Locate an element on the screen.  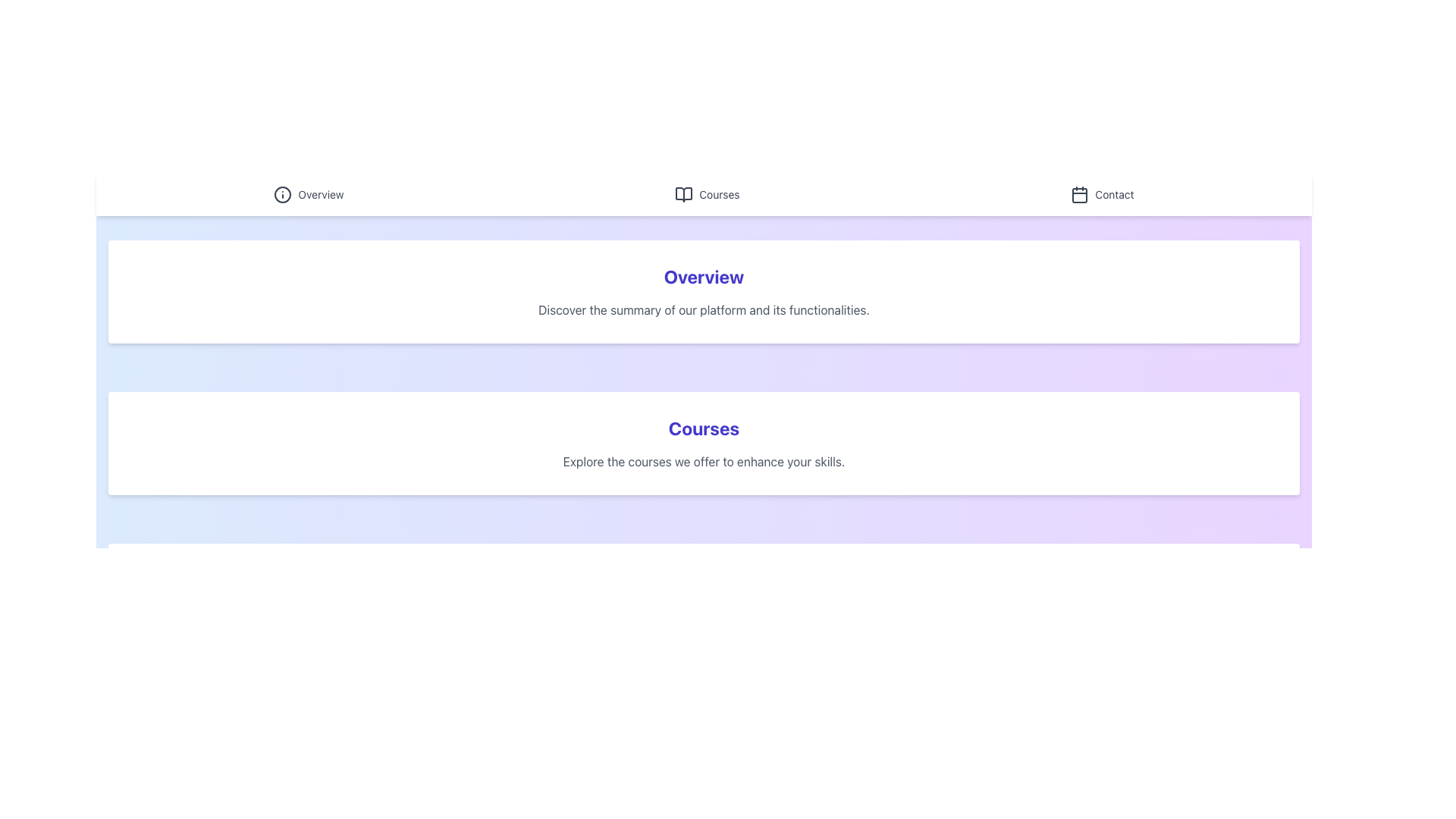
the SVG graphic icon representing an open book located in the navigation bar is located at coordinates (683, 194).